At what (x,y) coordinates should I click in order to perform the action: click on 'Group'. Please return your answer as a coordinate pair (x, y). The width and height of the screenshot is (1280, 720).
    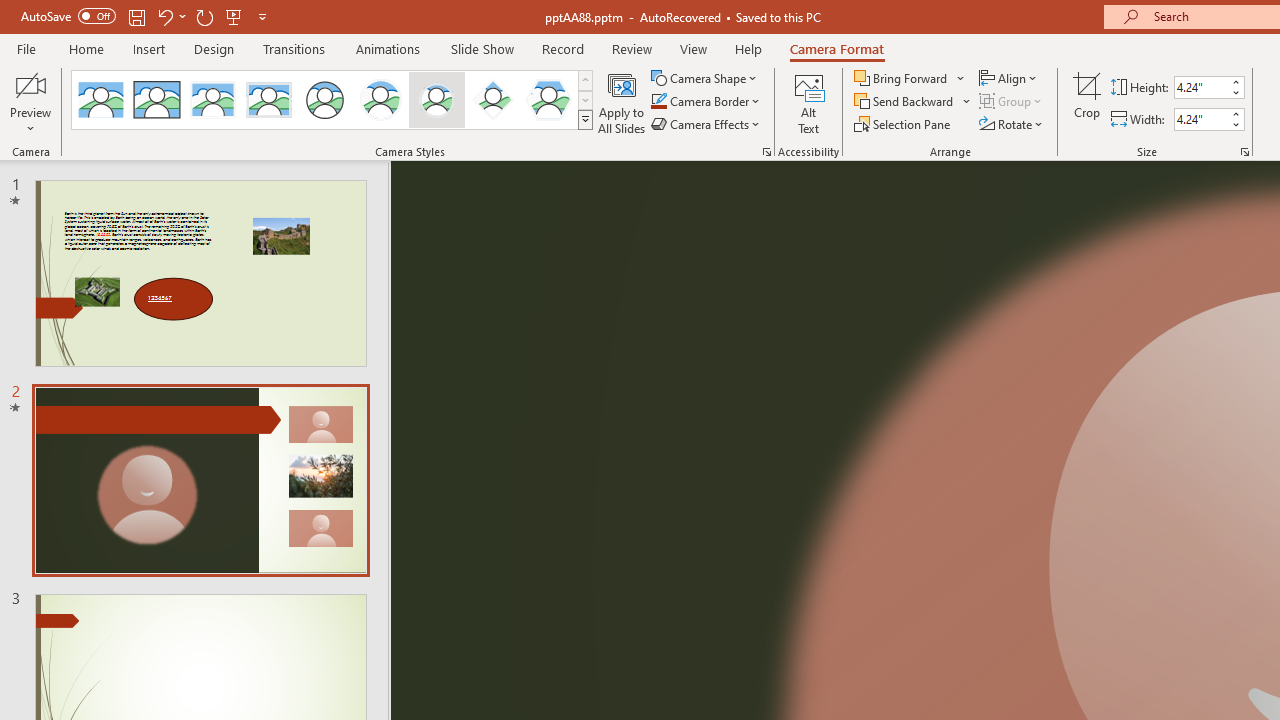
    Looking at the image, I should click on (1012, 101).